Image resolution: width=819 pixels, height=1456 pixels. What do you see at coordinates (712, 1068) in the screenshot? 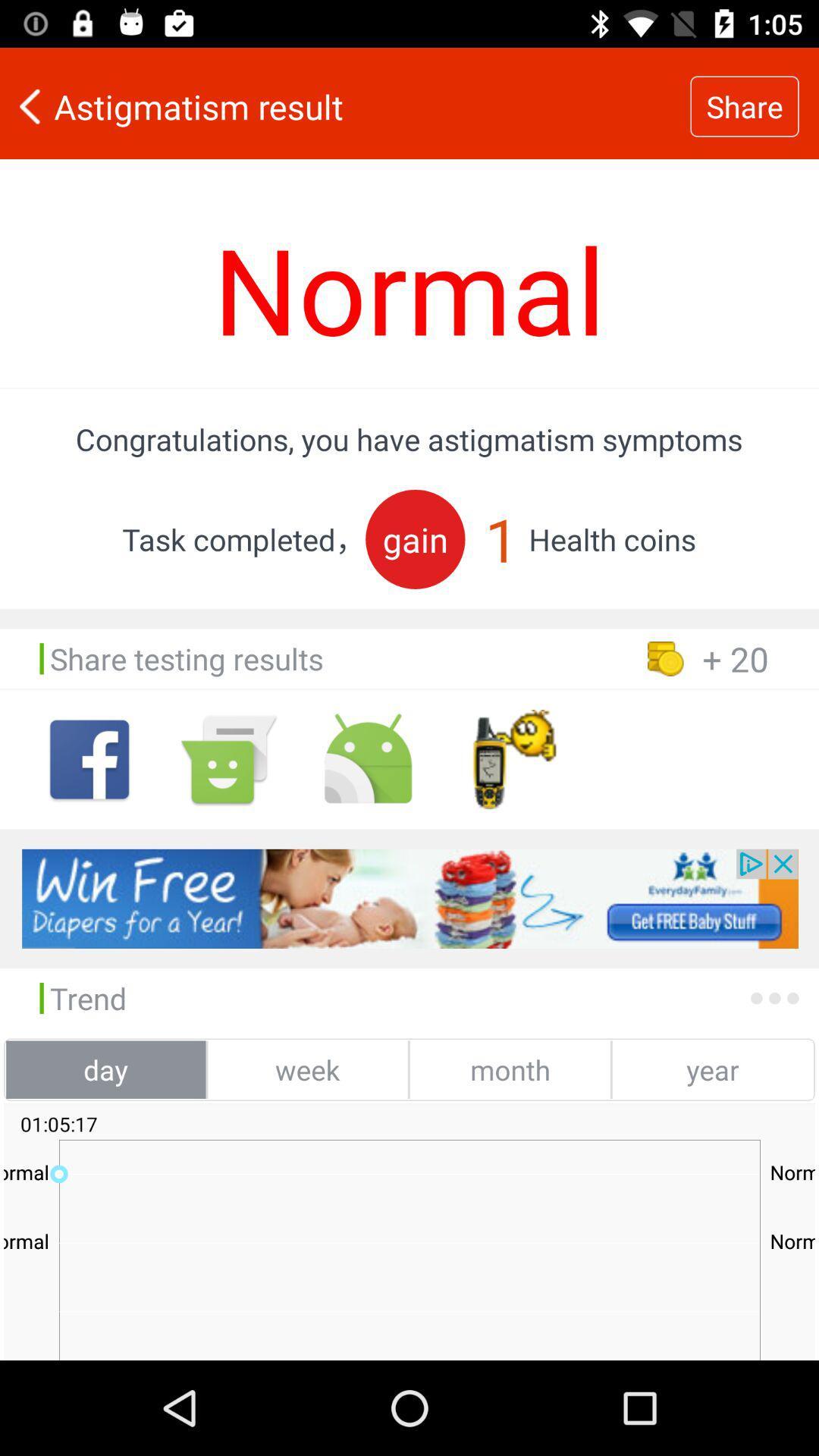
I see `the year` at bounding box center [712, 1068].